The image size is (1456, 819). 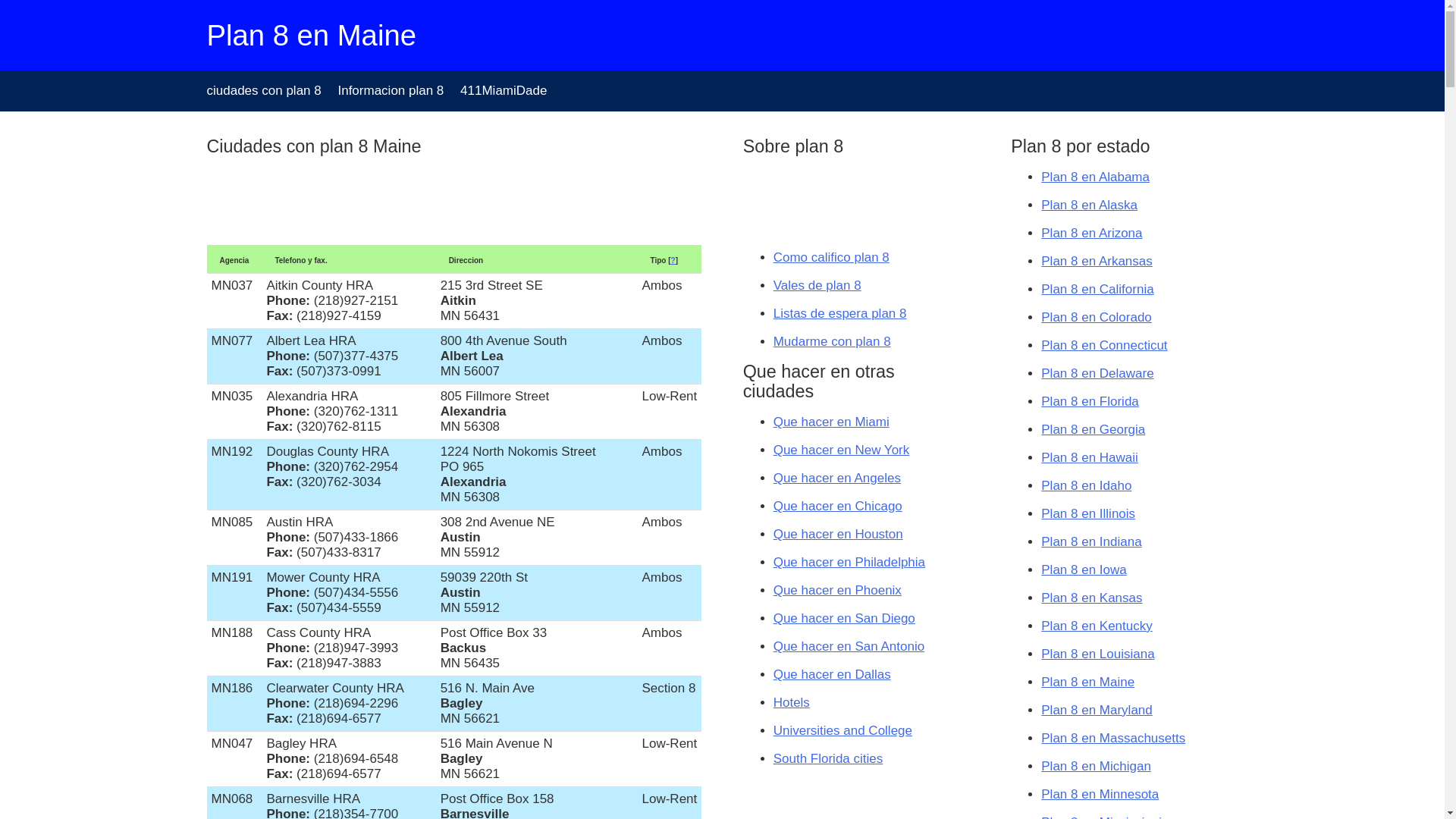 I want to click on 'Como califico plan 8', so click(x=830, y=256).